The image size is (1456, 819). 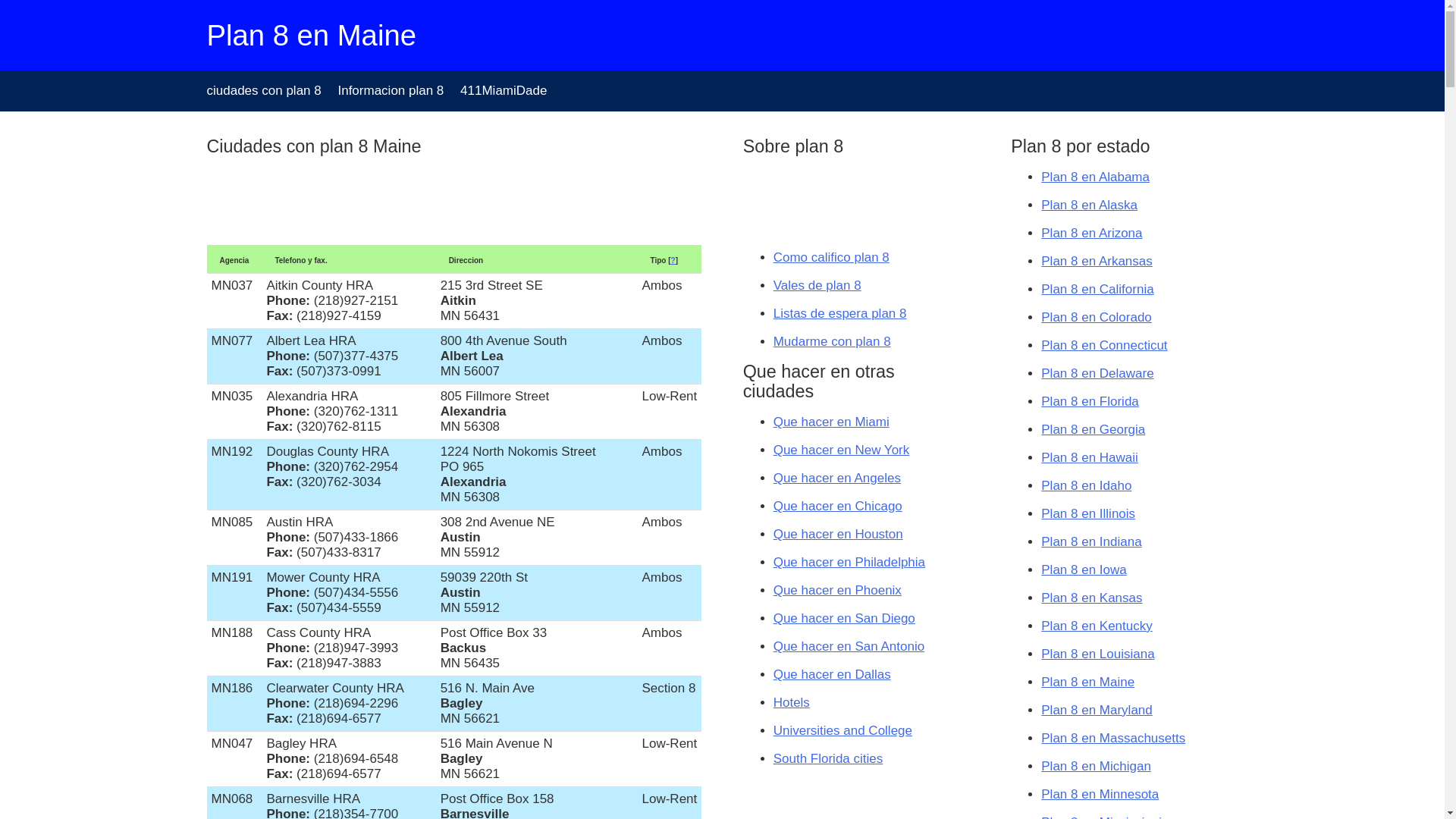 I want to click on 'Como califico plan 8', so click(x=830, y=256).